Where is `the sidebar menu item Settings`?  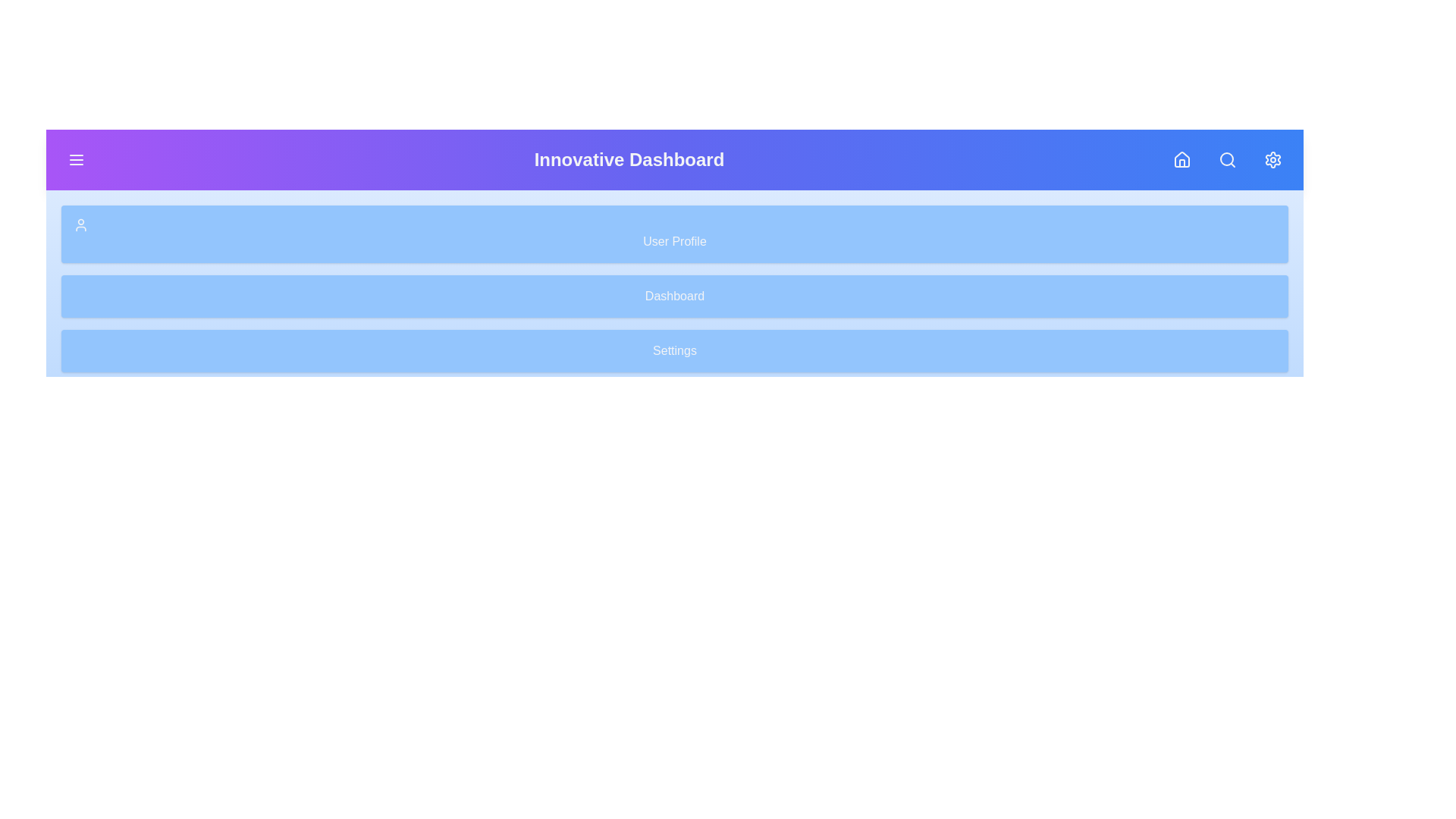 the sidebar menu item Settings is located at coordinates (673, 350).